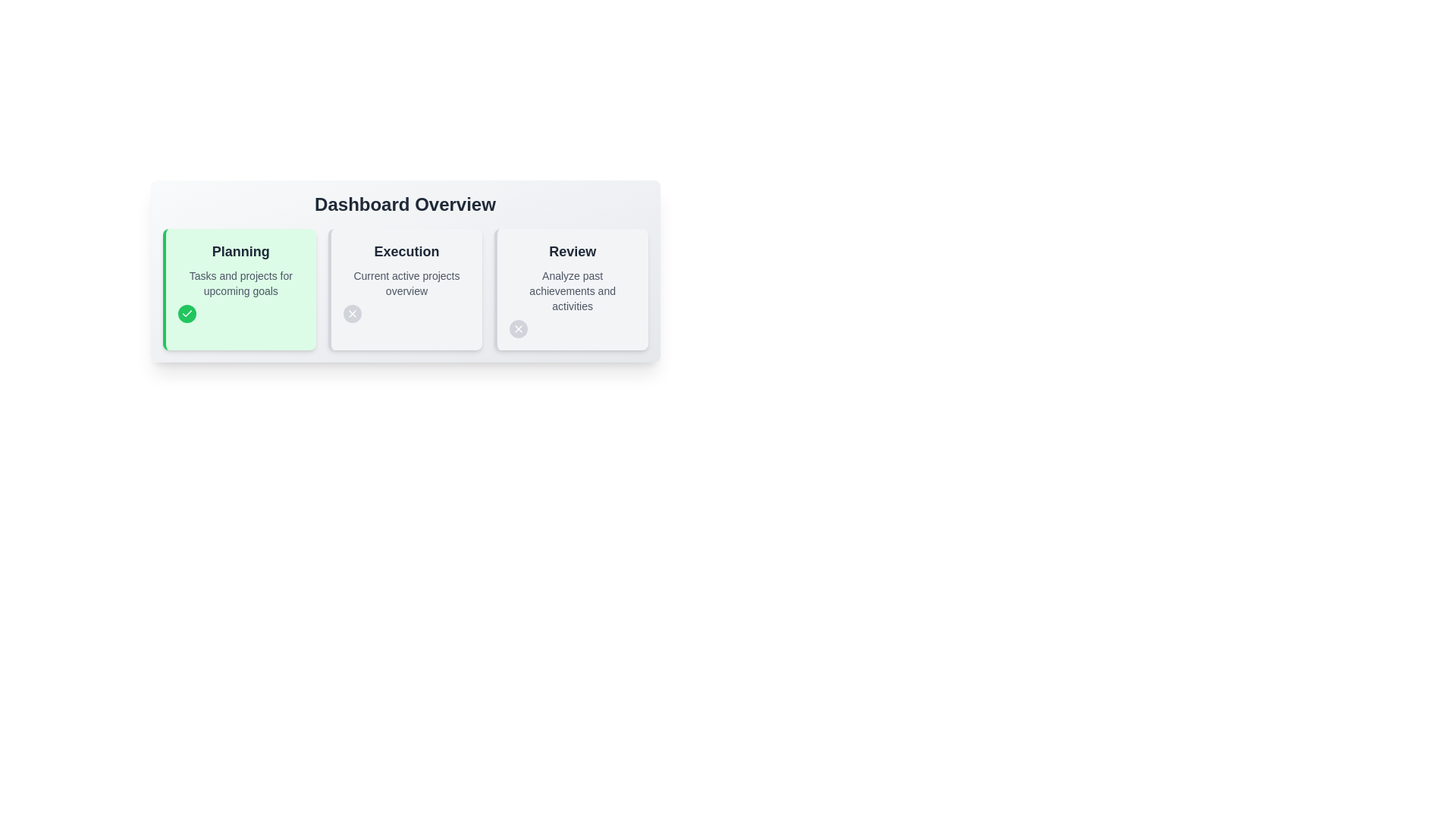 Image resolution: width=1456 pixels, height=819 pixels. I want to click on the 'Execution' category, so click(405, 289).